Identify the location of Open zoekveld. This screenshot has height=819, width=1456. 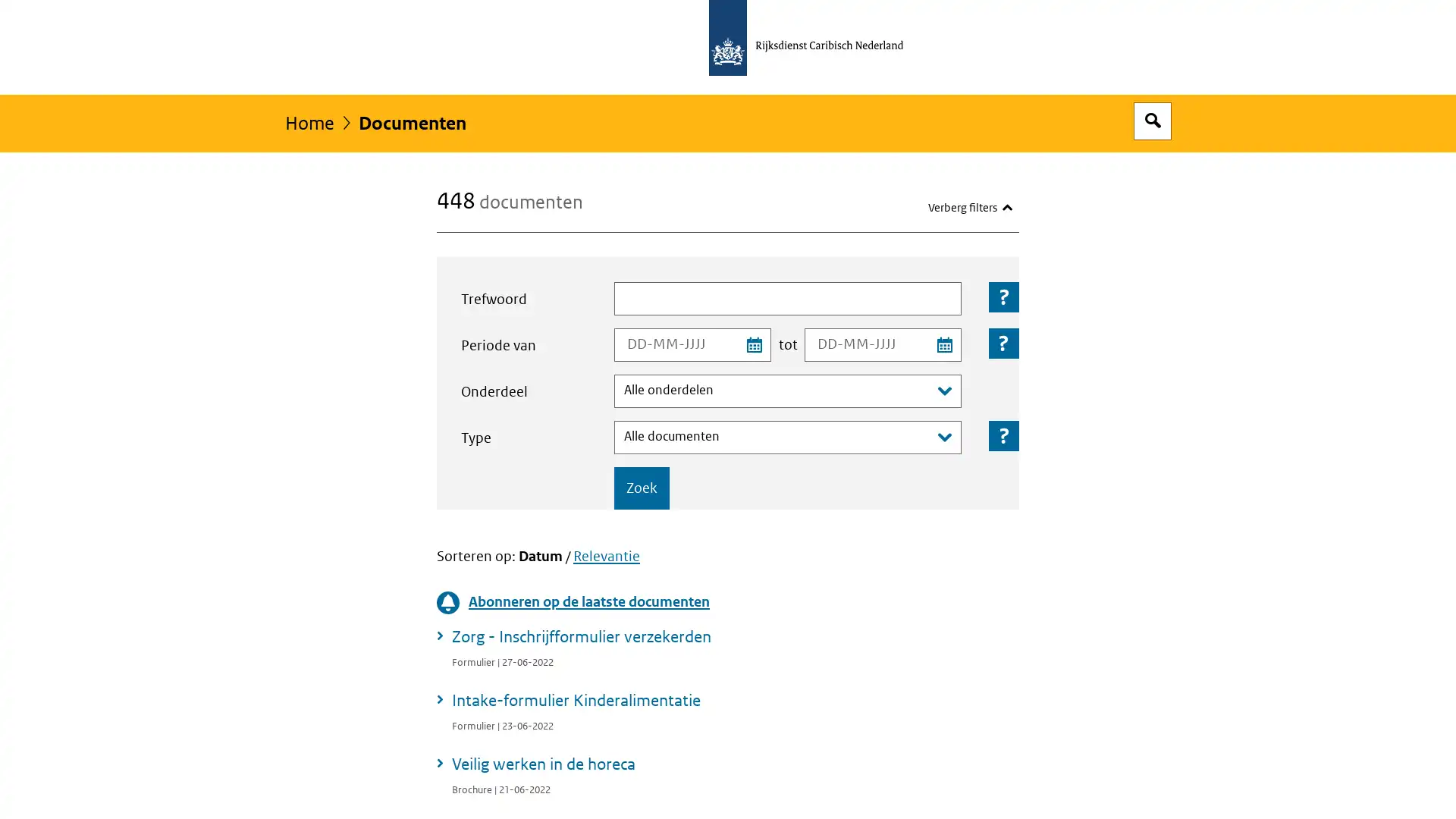
(1153, 120).